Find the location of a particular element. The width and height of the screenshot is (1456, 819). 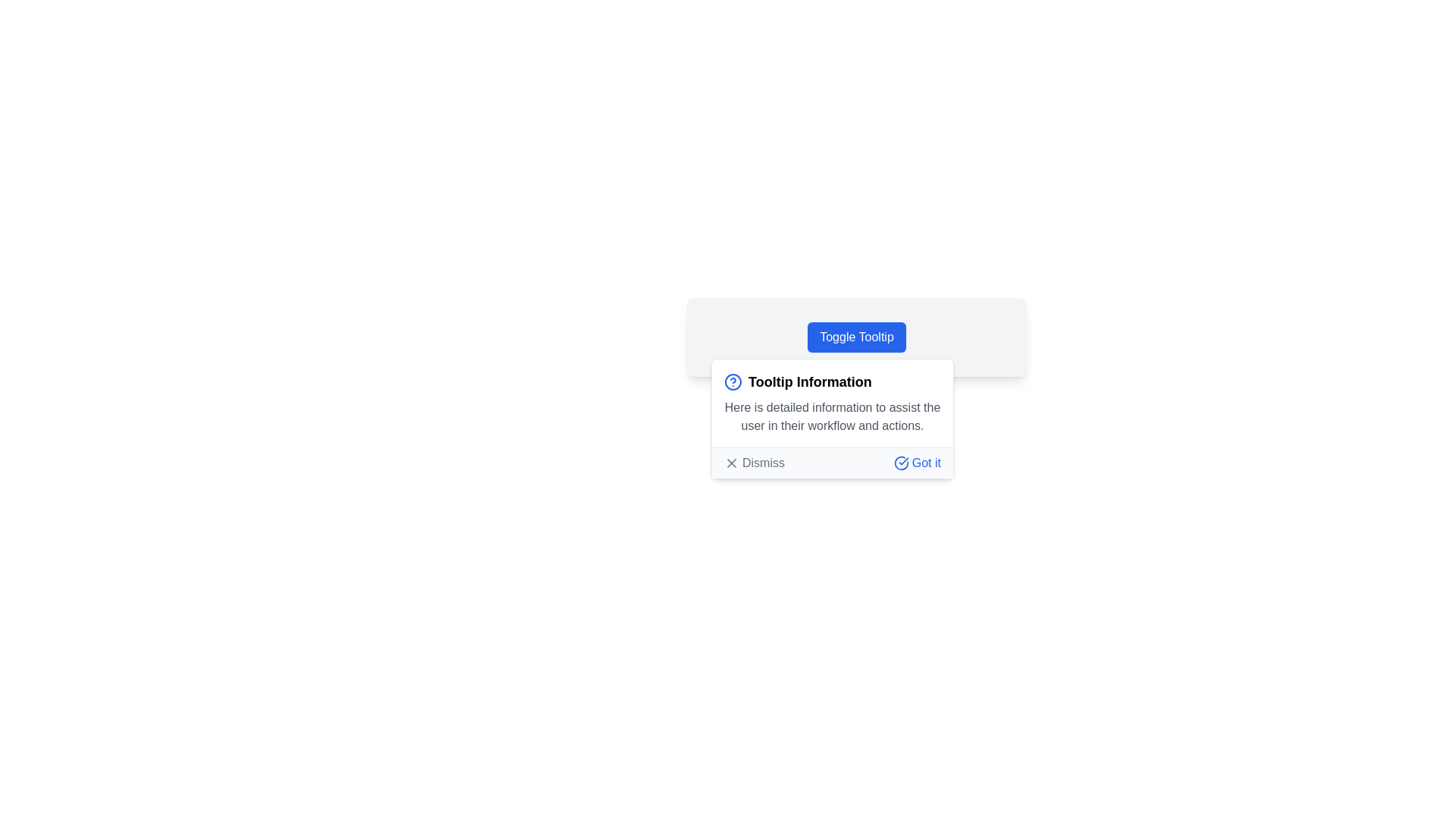

the button that toggles the visibility of the tooltip below it is located at coordinates (856, 336).